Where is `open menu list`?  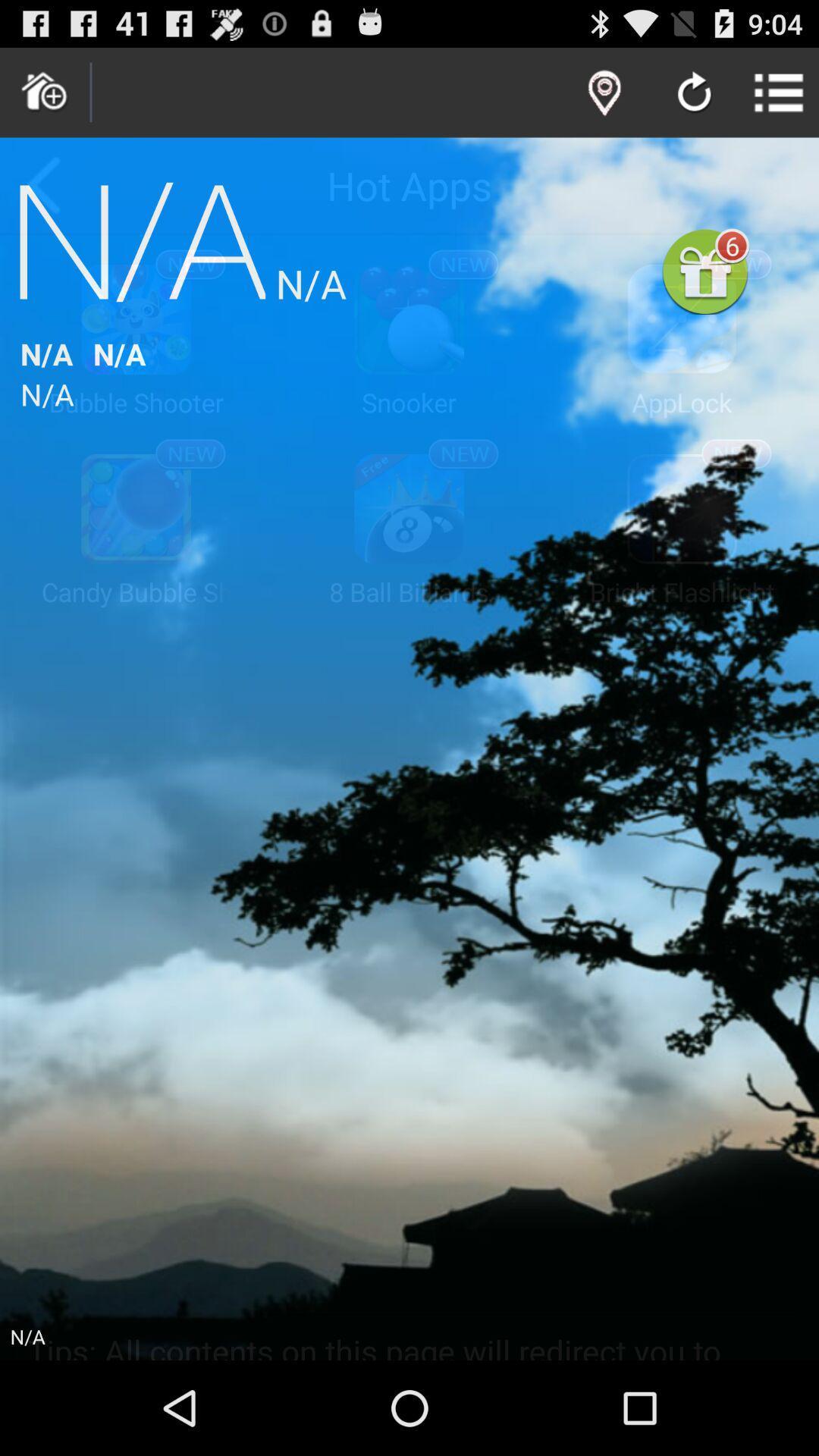 open menu list is located at coordinates (779, 92).